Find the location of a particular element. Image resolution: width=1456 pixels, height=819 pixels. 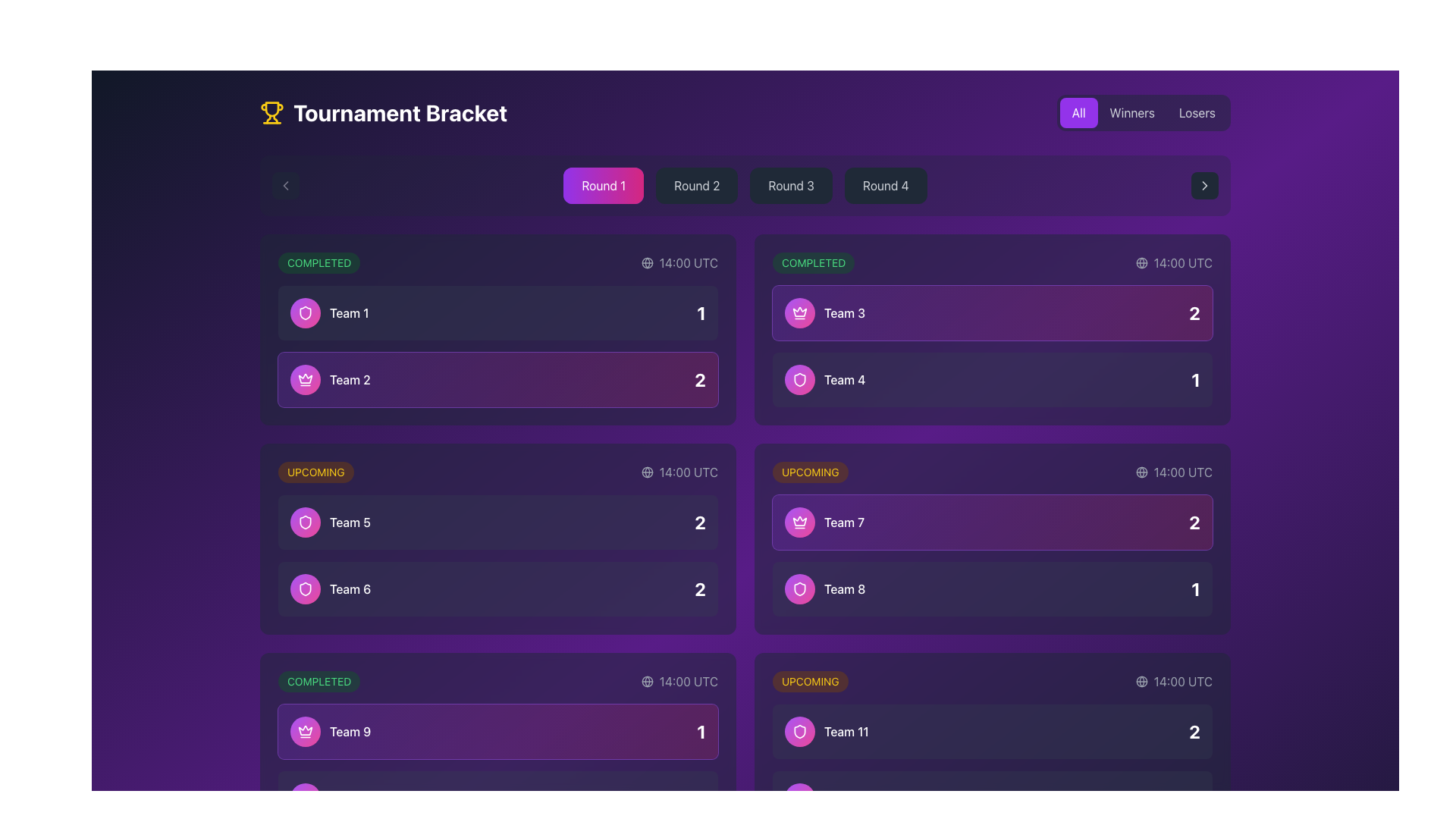

the textual label displaying 'Round 3' in the top navigation bar is located at coordinates (790, 185).